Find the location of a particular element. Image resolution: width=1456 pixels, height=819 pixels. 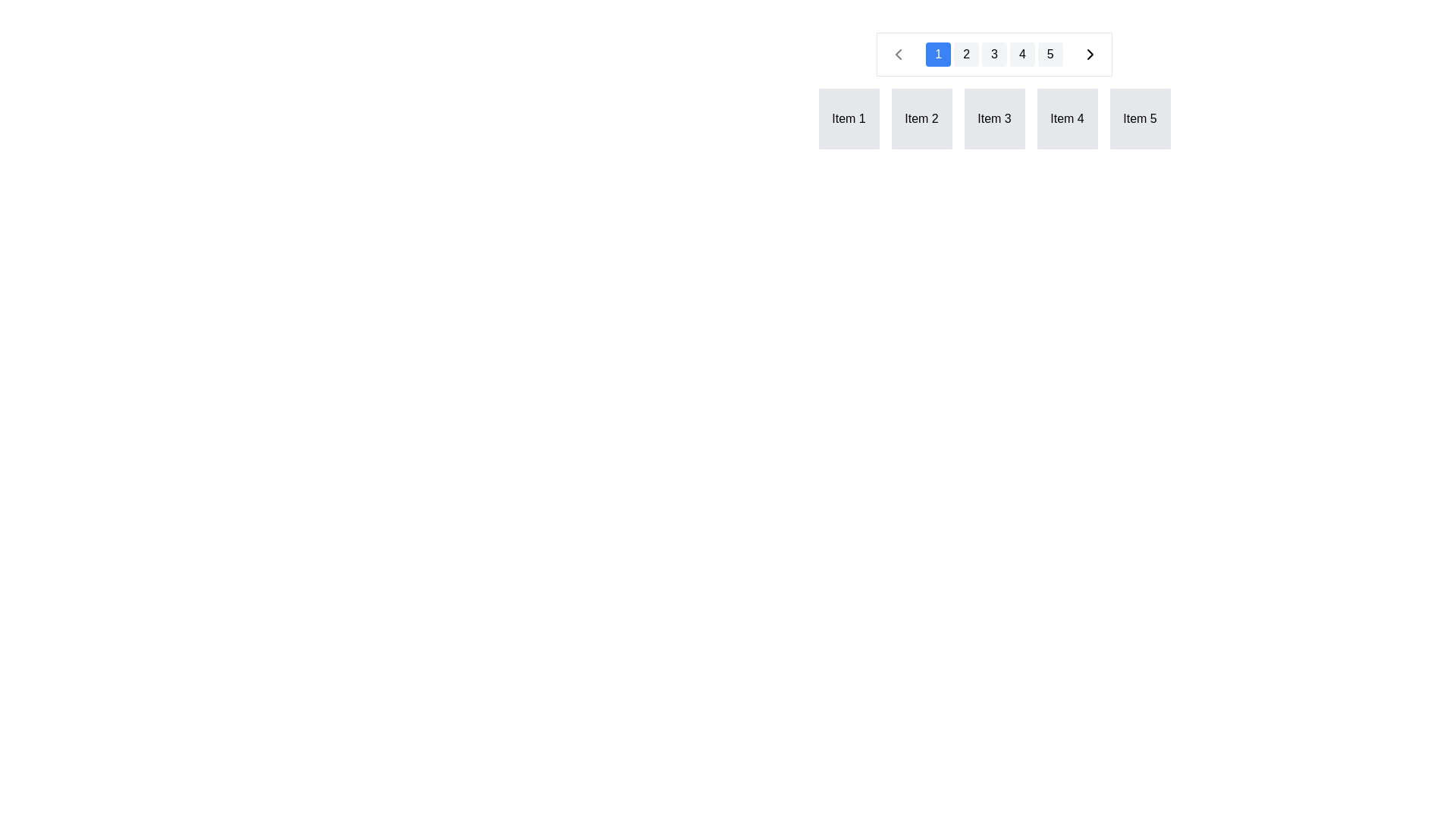

the gray rectangular button labeled 'Item 1' is located at coordinates (848, 118).